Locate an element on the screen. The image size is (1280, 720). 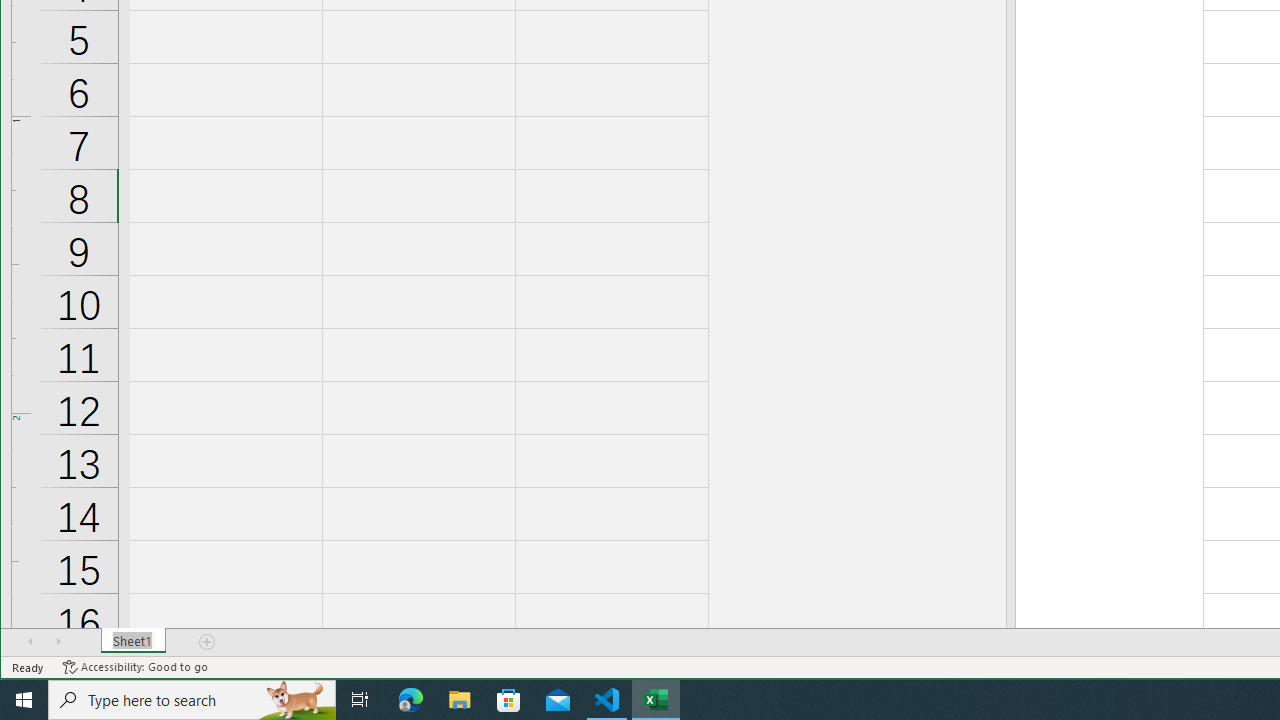
'Scroll Right' is located at coordinates (58, 641).